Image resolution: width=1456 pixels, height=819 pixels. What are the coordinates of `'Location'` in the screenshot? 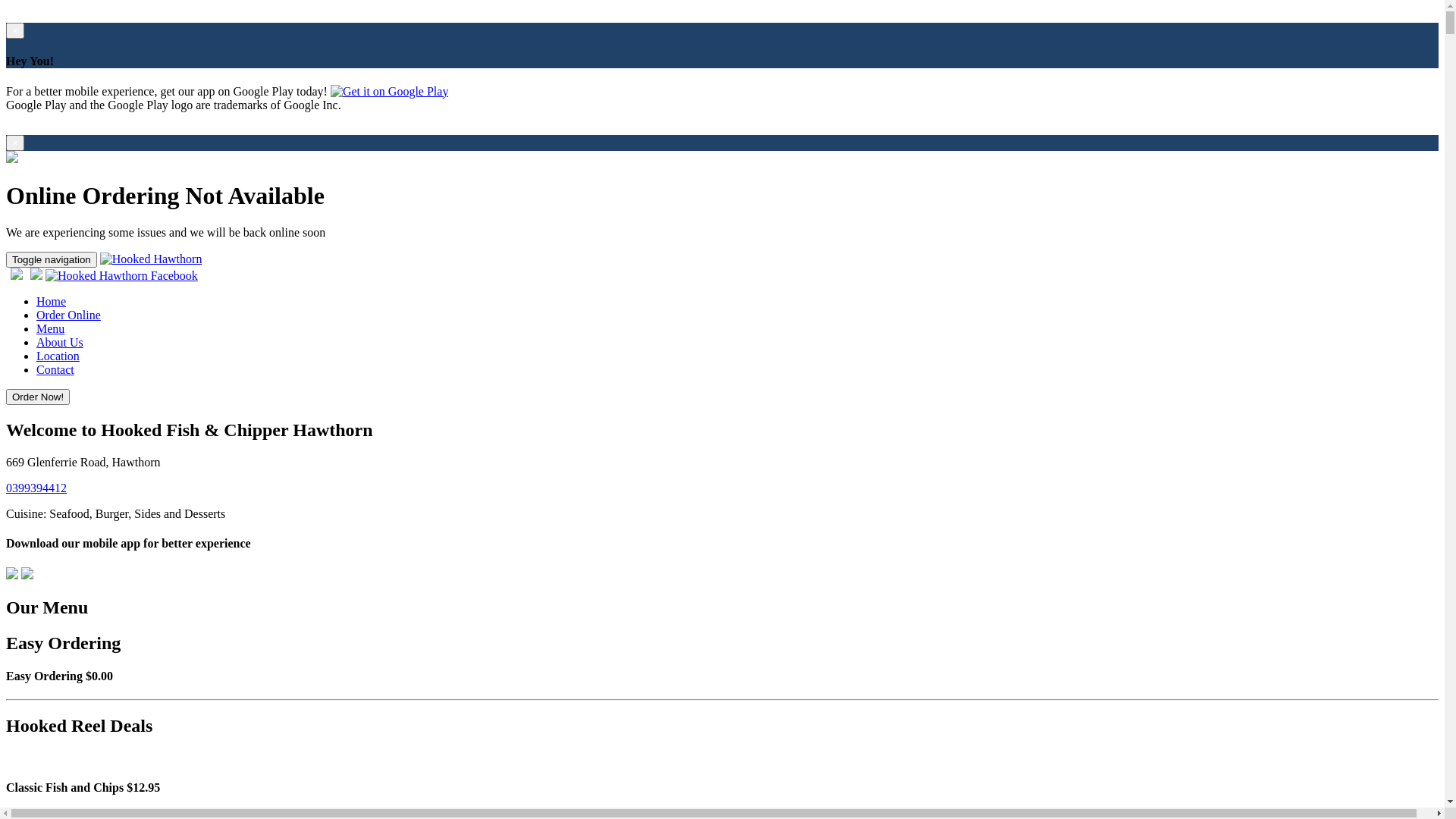 It's located at (36, 356).